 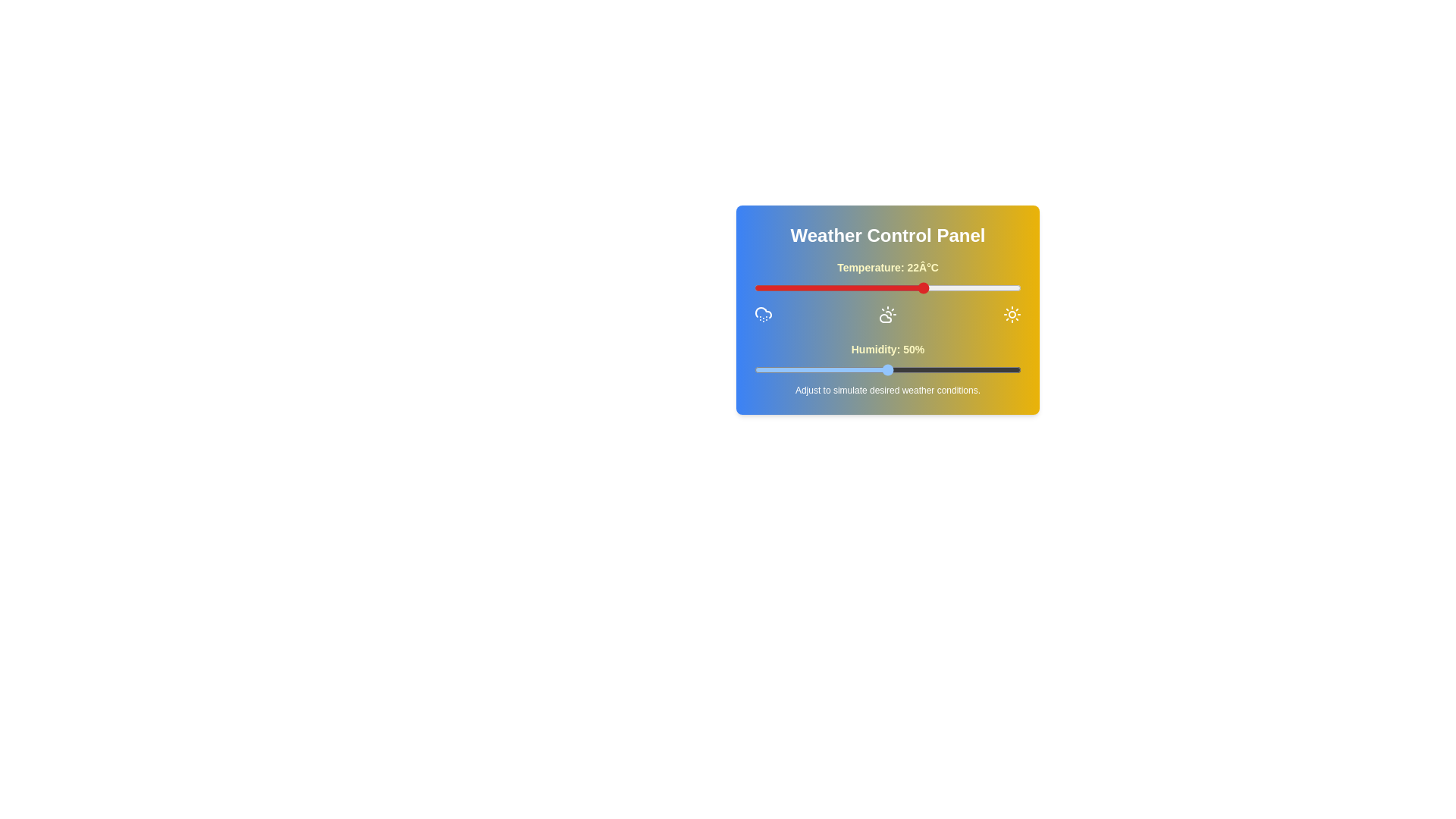 I want to click on the humidity, so click(x=767, y=370).